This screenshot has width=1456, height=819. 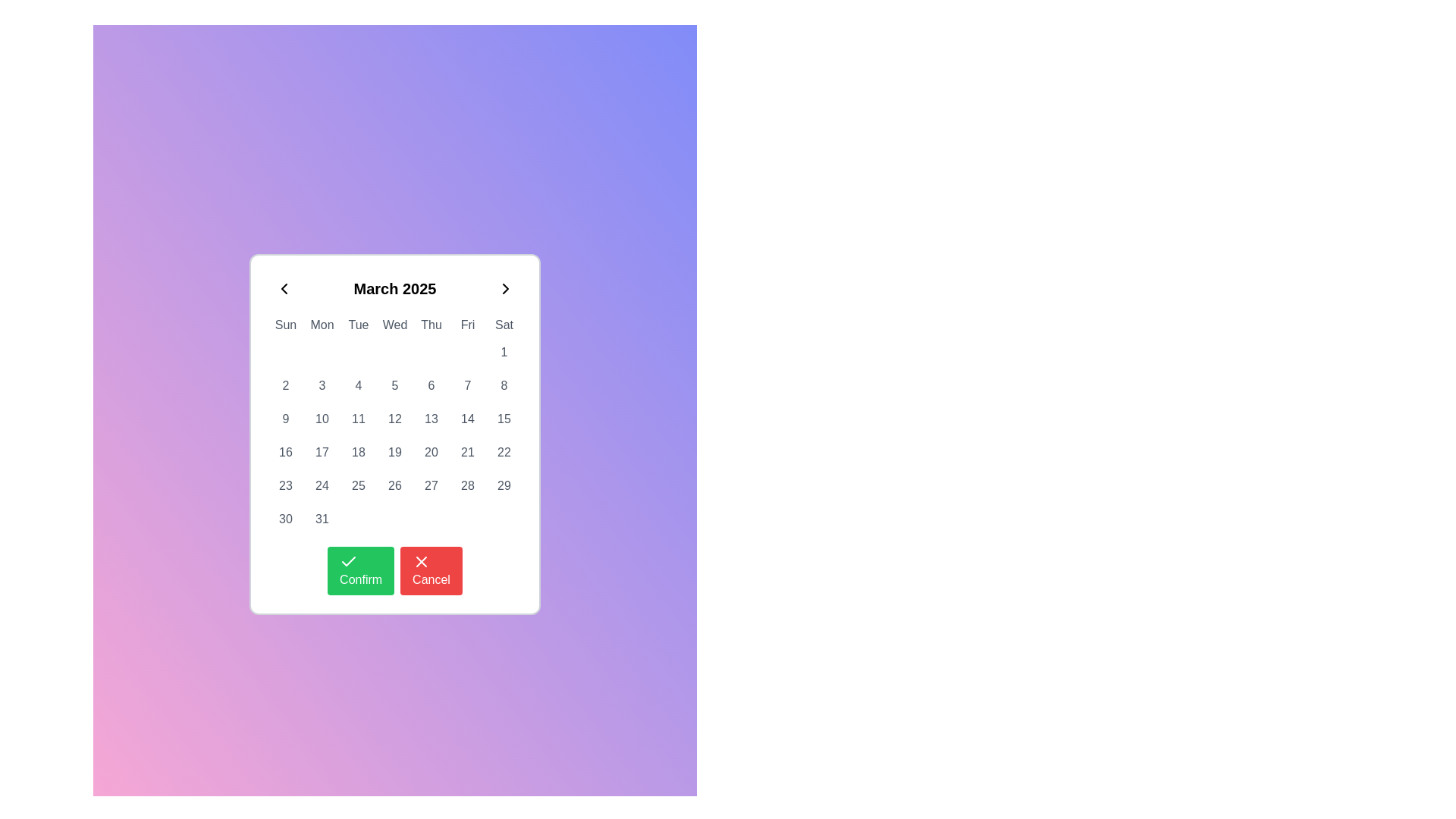 I want to click on the calendar button representing Friday in the third row and sixth column, so click(x=467, y=419).